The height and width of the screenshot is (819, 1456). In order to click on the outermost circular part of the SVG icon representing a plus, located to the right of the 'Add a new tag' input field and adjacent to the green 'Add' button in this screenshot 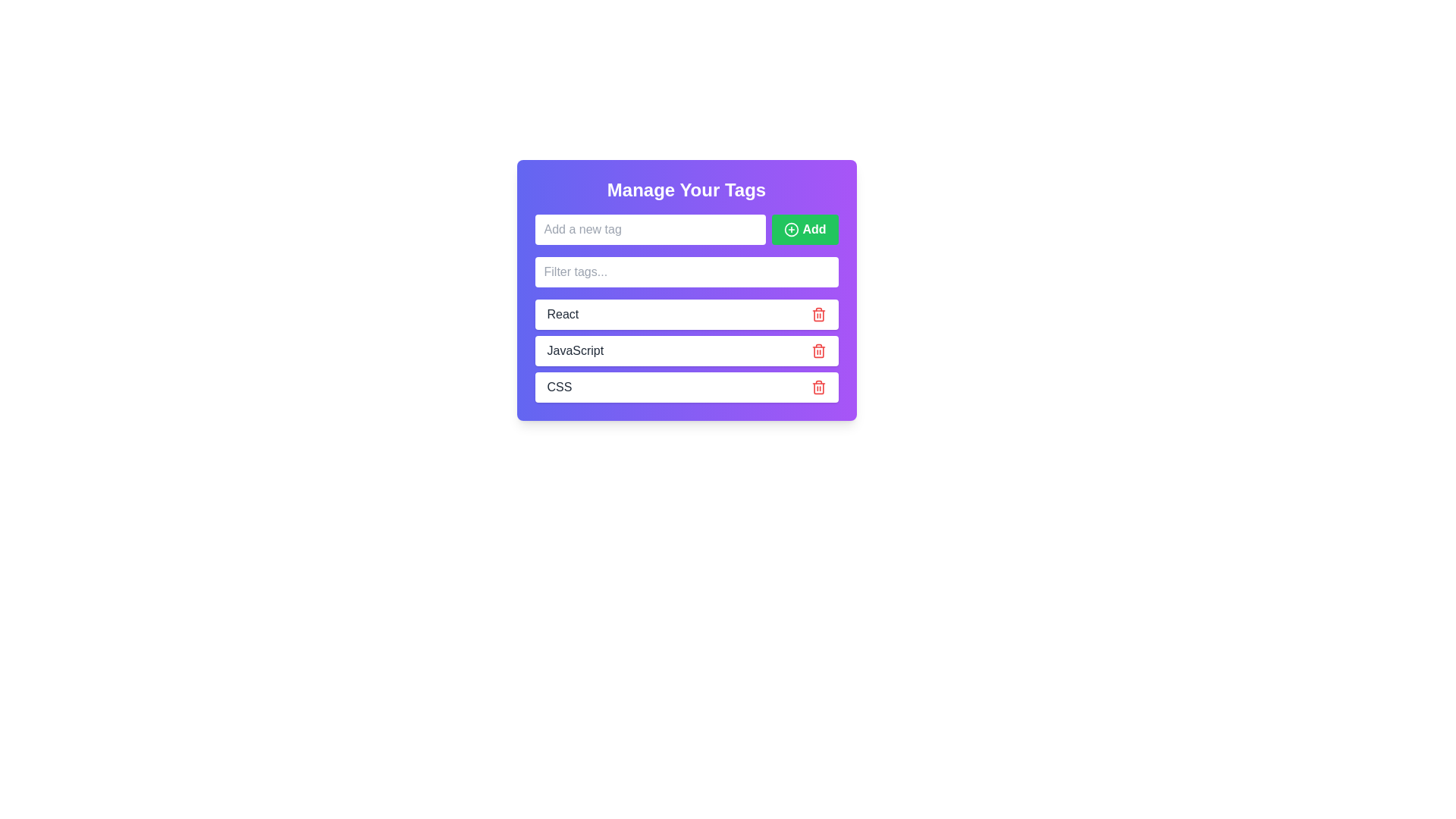, I will do `click(791, 230)`.